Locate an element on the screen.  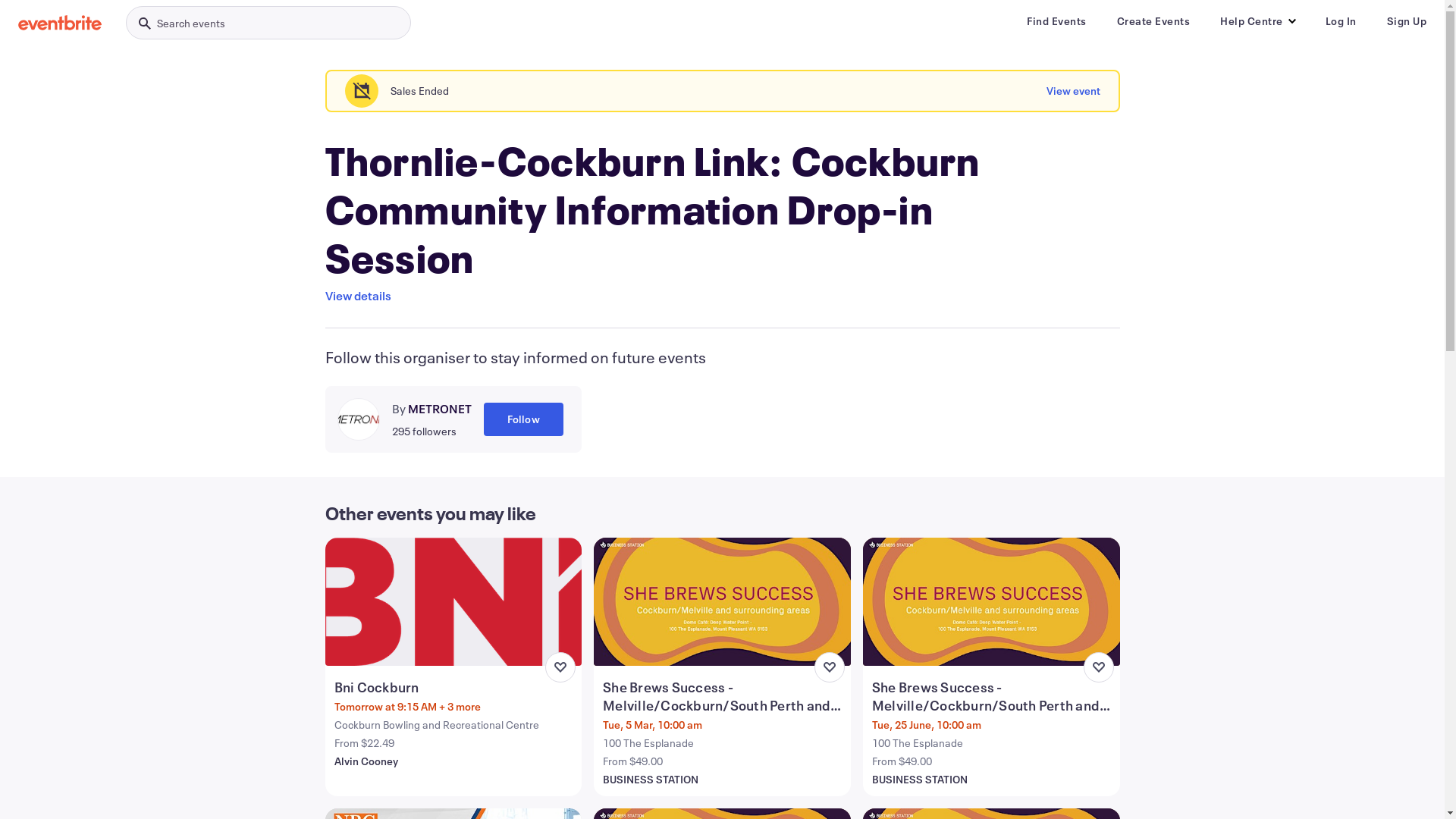
'Find Events' is located at coordinates (1056, 20).